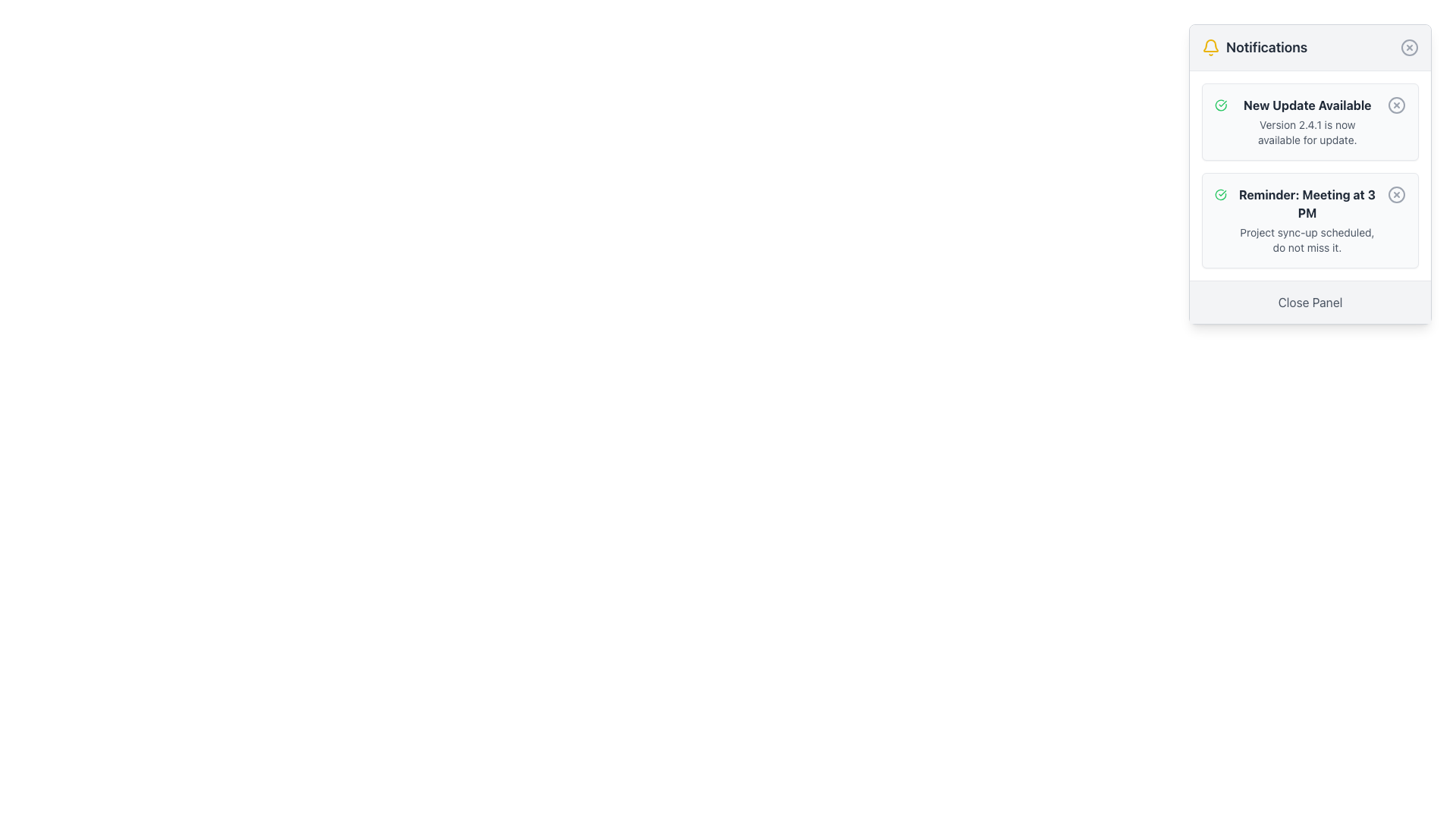 This screenshot has width=1456, height=819. I want to click on the circular graphical component of the SVG icon representing the close function, located in the upper-right area of the notification panel next to the 'New Update Available' notification entry, so click(1396, 104).